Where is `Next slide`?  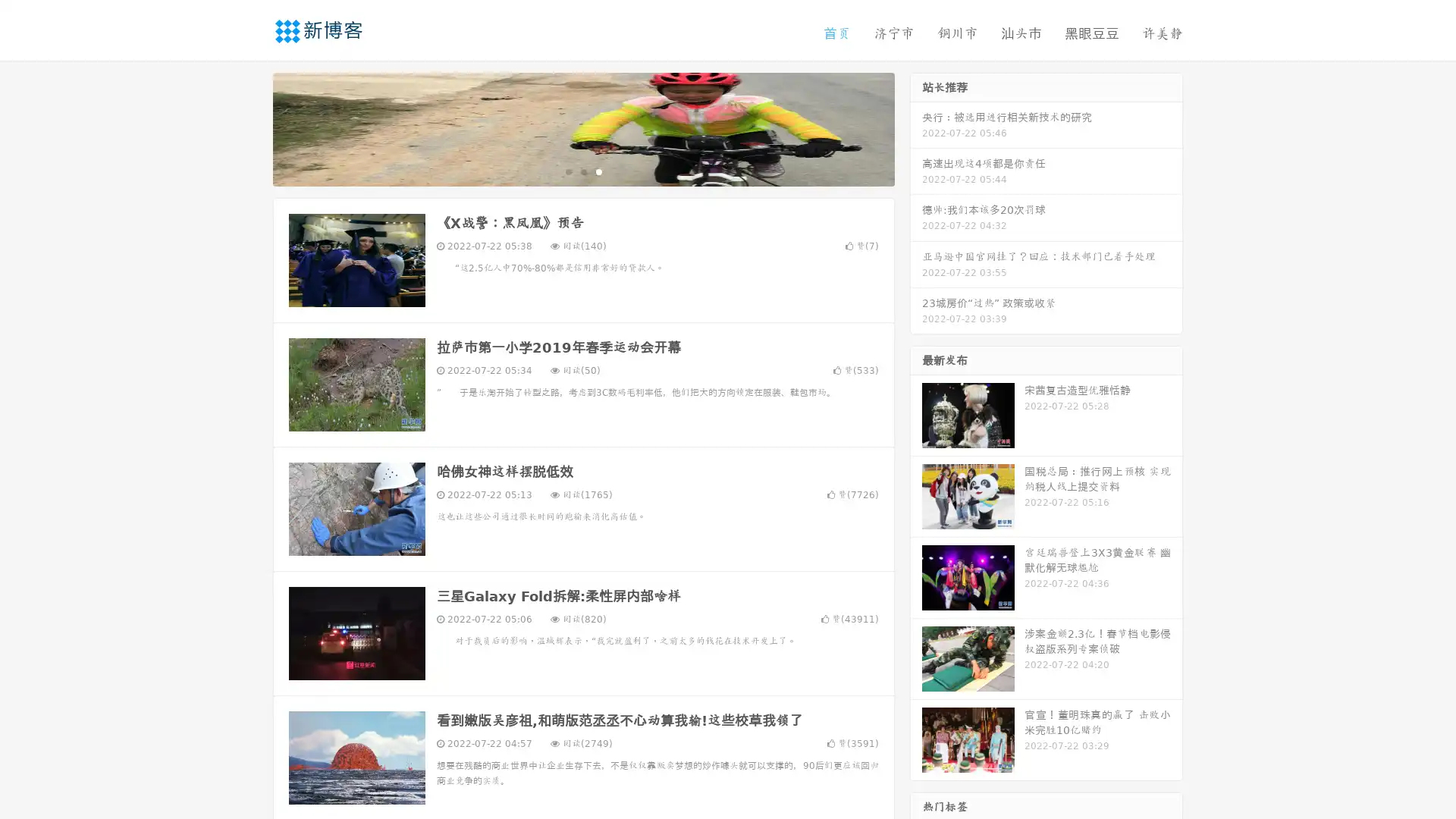 Next slide is located at coordinates (916, 127).